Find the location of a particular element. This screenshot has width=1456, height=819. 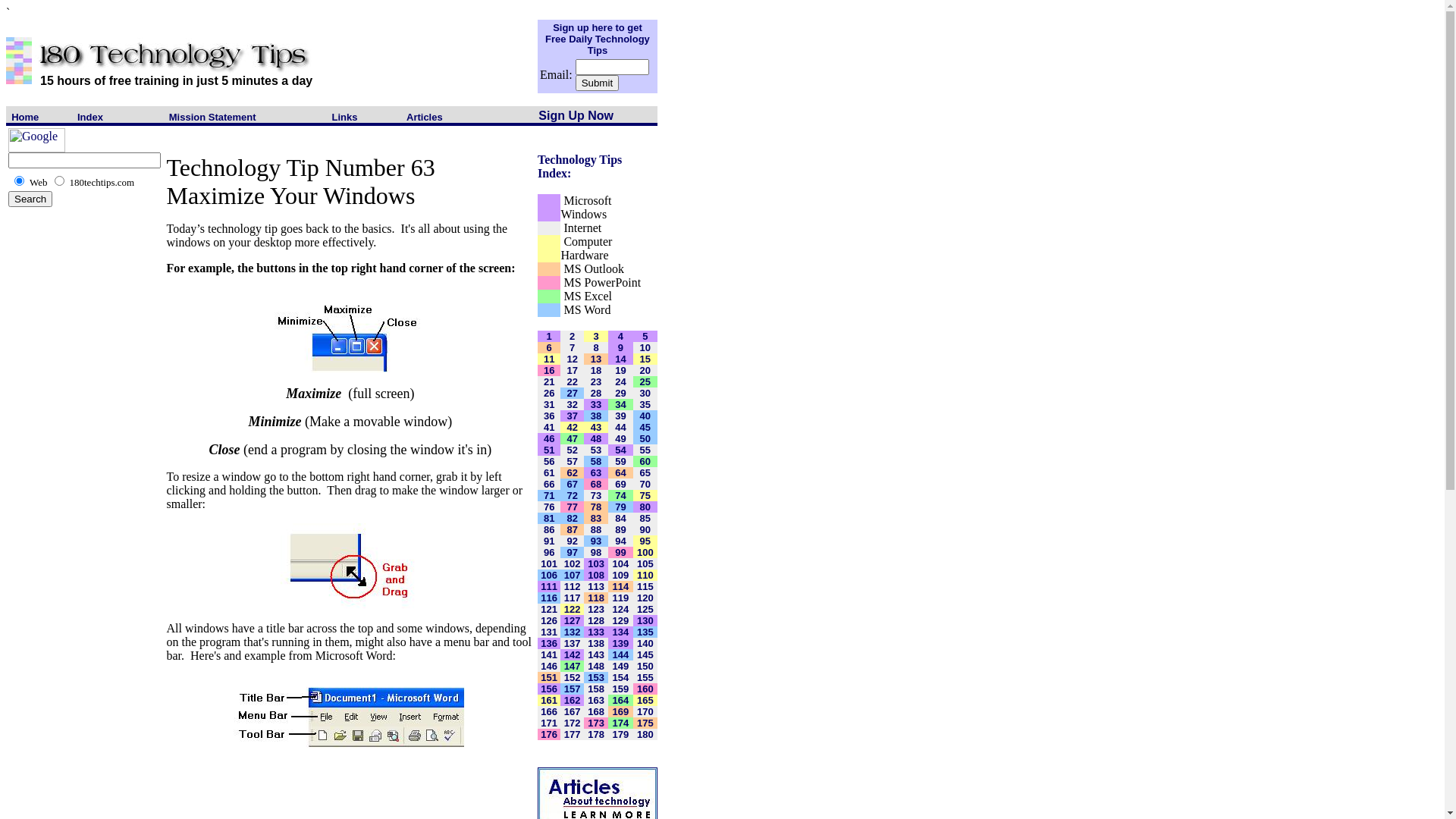

'134' is located at coordinates (621, 631).